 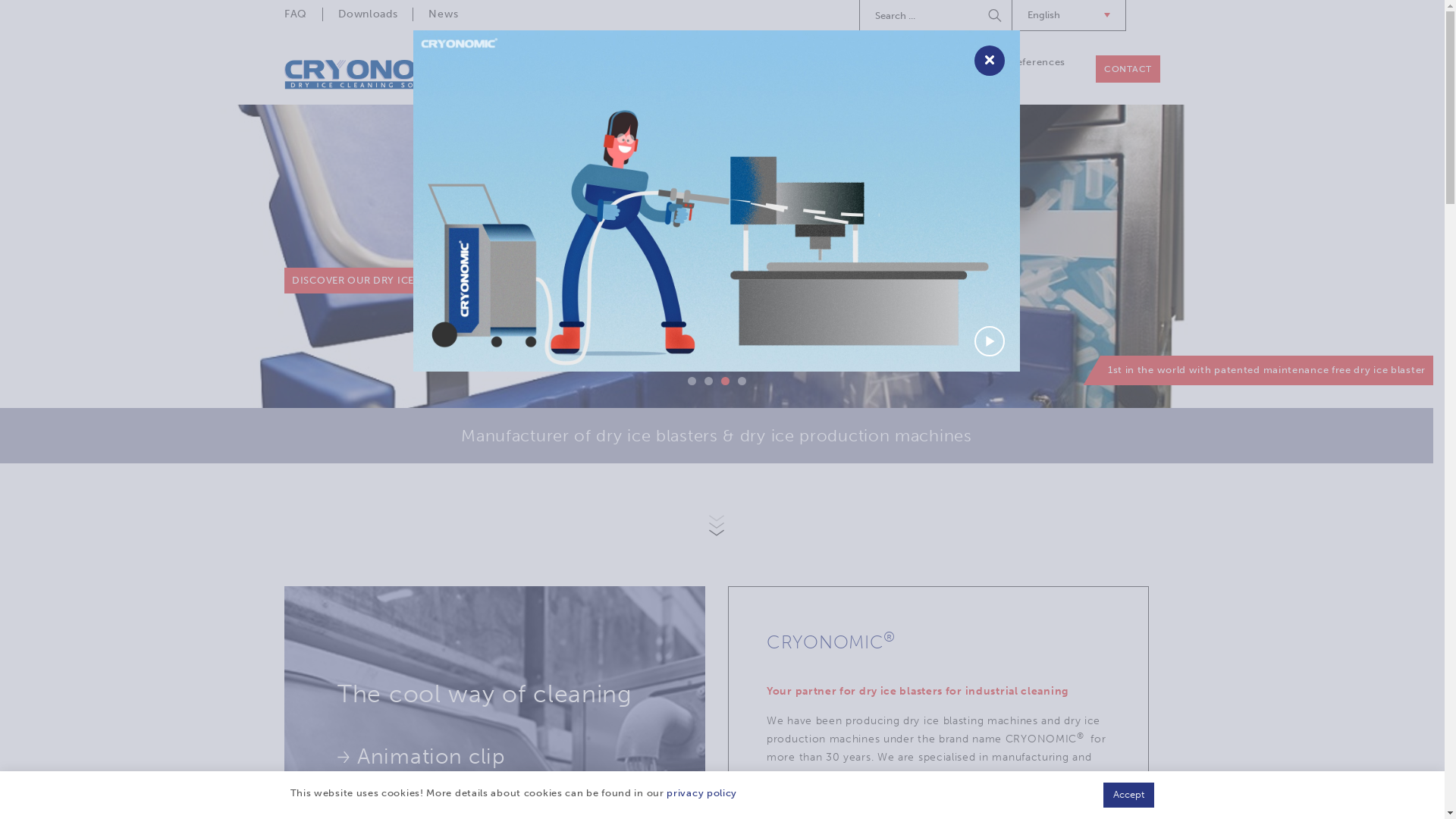 I want to click on 'FAQ', so click(x=303, y=14).